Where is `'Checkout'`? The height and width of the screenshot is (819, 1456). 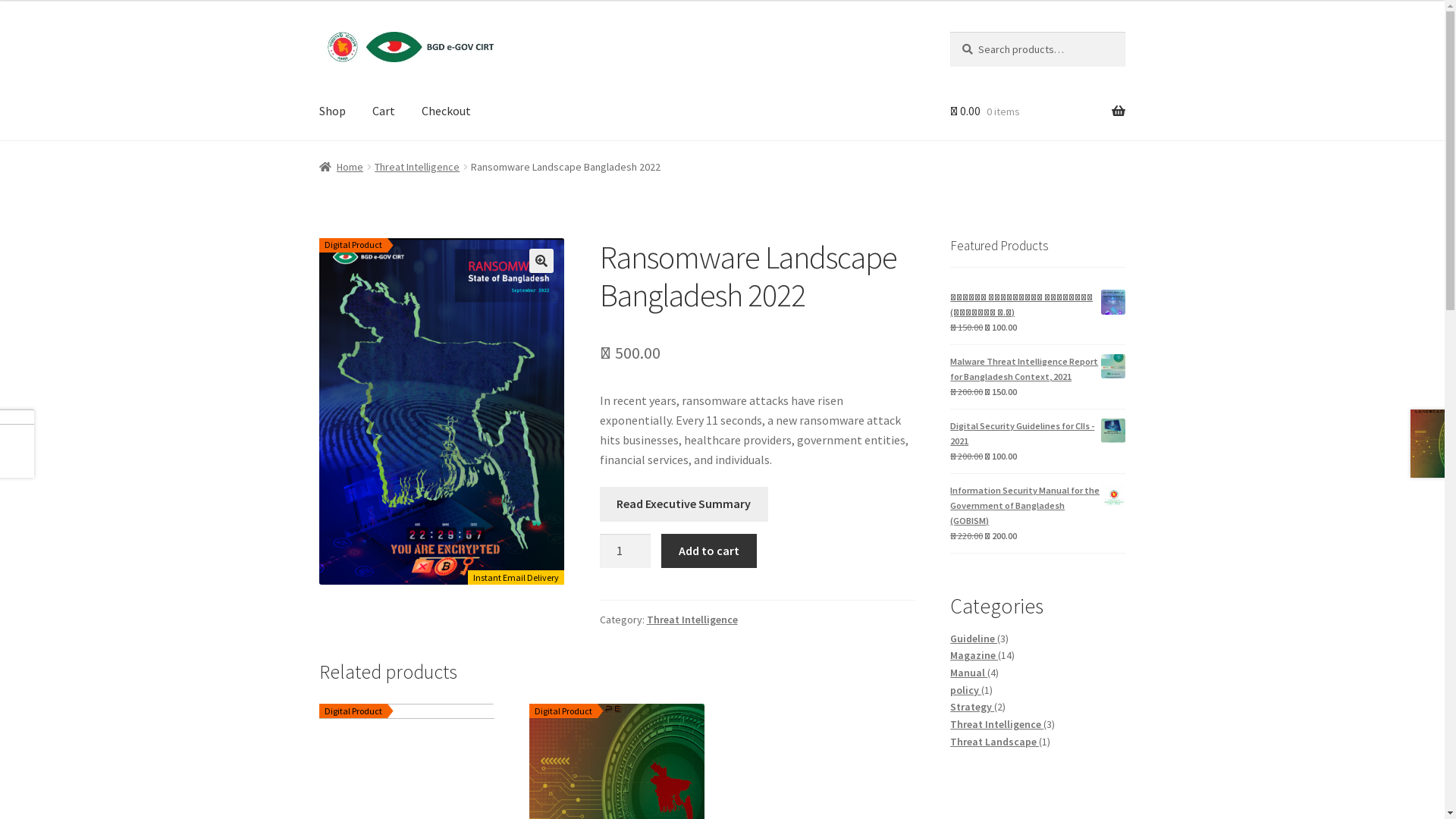
'Checkout' is located at coordinates (445, 110).